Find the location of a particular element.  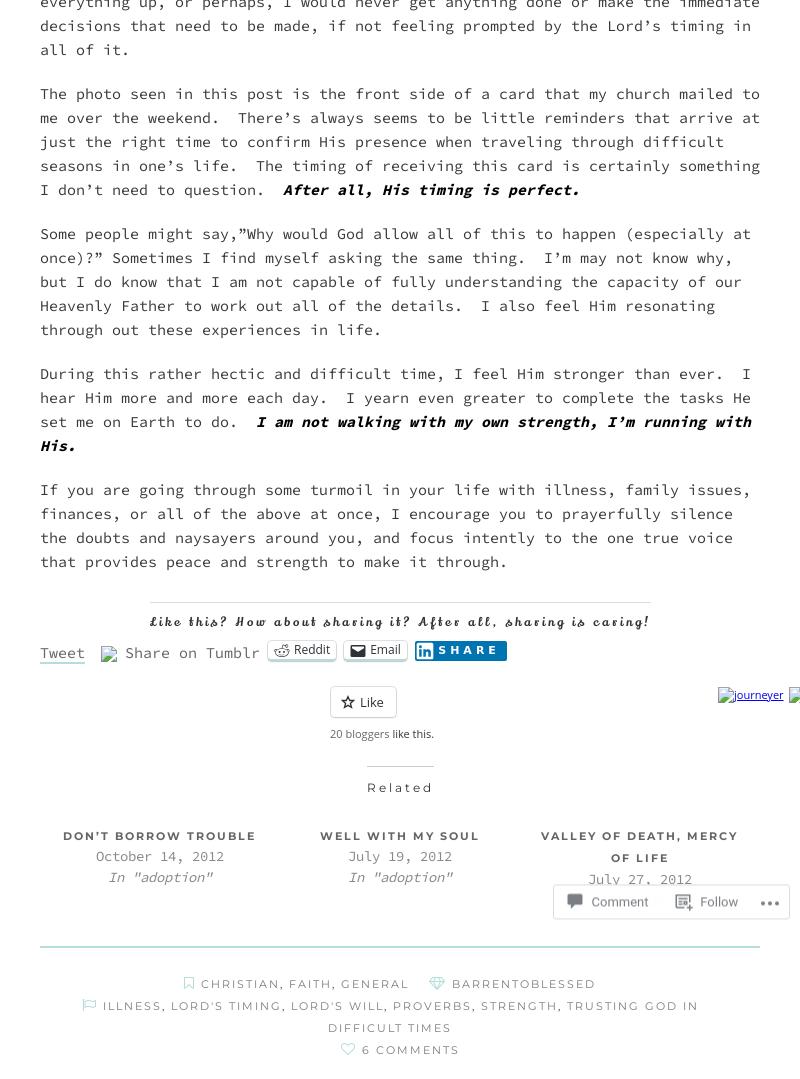

'faith' is located at coordinates (289, 983).